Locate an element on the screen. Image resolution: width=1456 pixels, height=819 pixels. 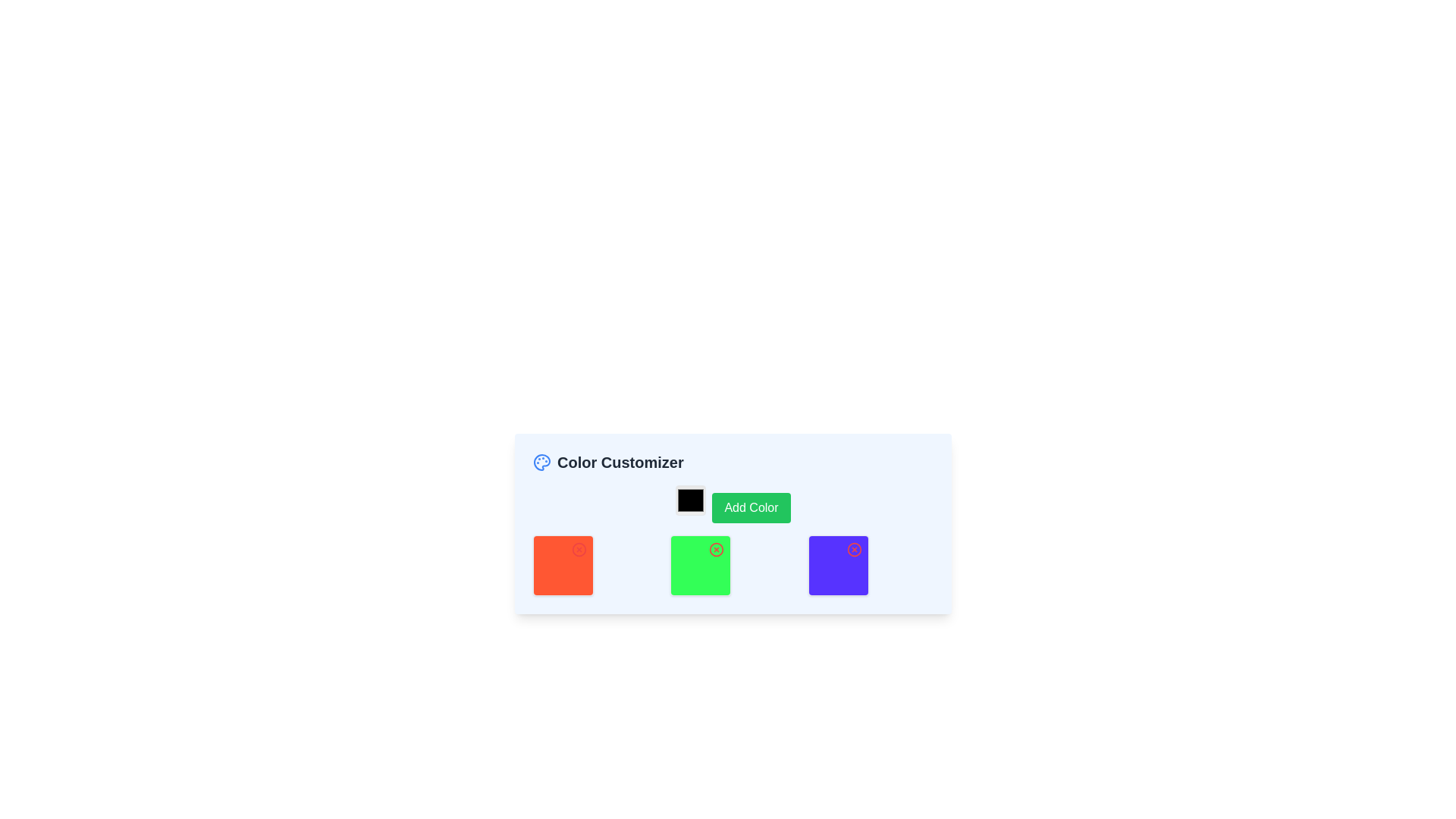
the central color swatch in the color customization tool, which is visually represented as a selectable color option in a horizontal row of three squares, located within the light blue panel labeled 'Color Customizer' is located at coordinates (700, 565).